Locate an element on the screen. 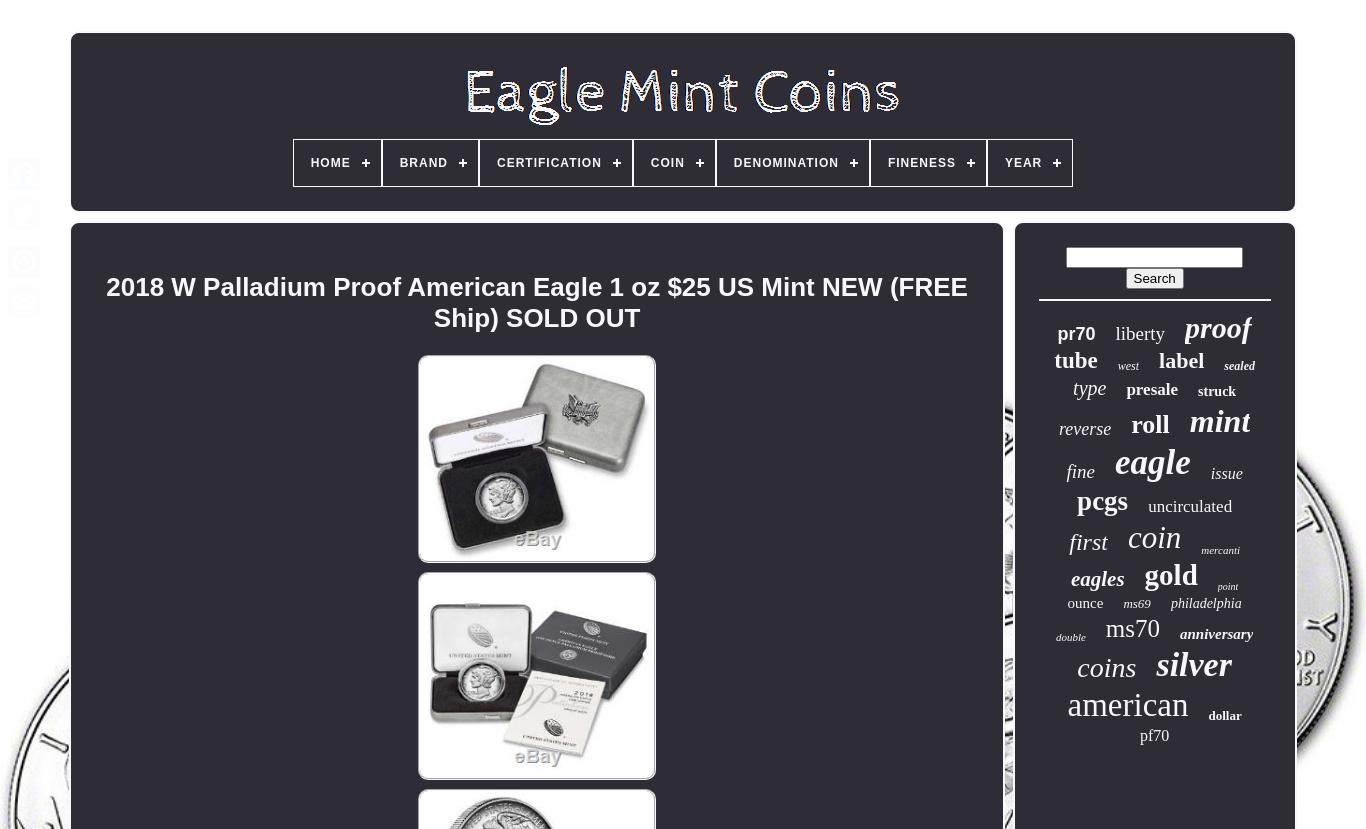  'mercanti' is located at coordinates (1220, 549).